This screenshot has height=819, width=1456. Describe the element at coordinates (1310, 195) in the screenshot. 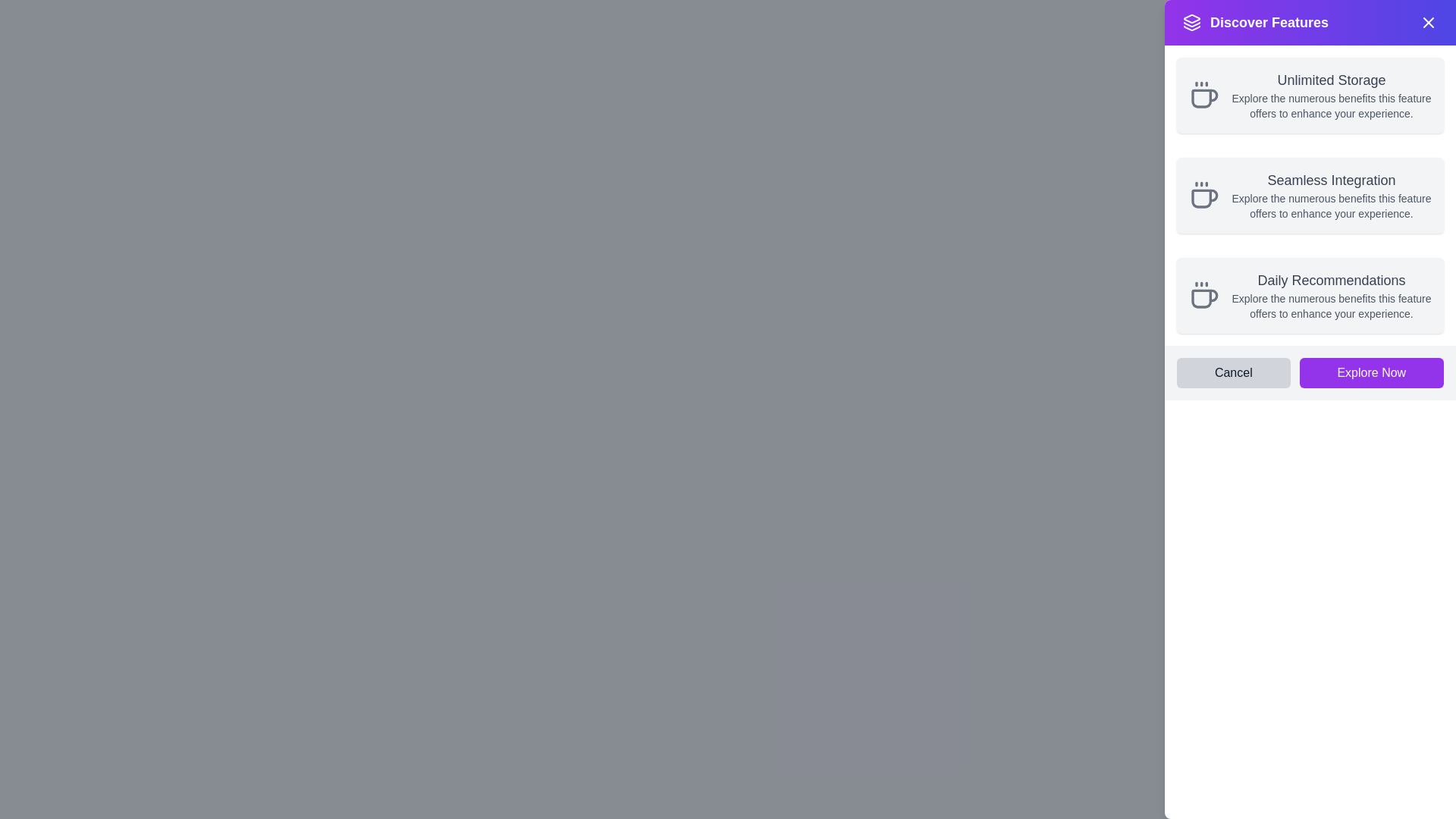

I see `description of the 'Seamless Integration' informational card, which is the second card in the 'Discover Features' section on the right sidebar` at that location.